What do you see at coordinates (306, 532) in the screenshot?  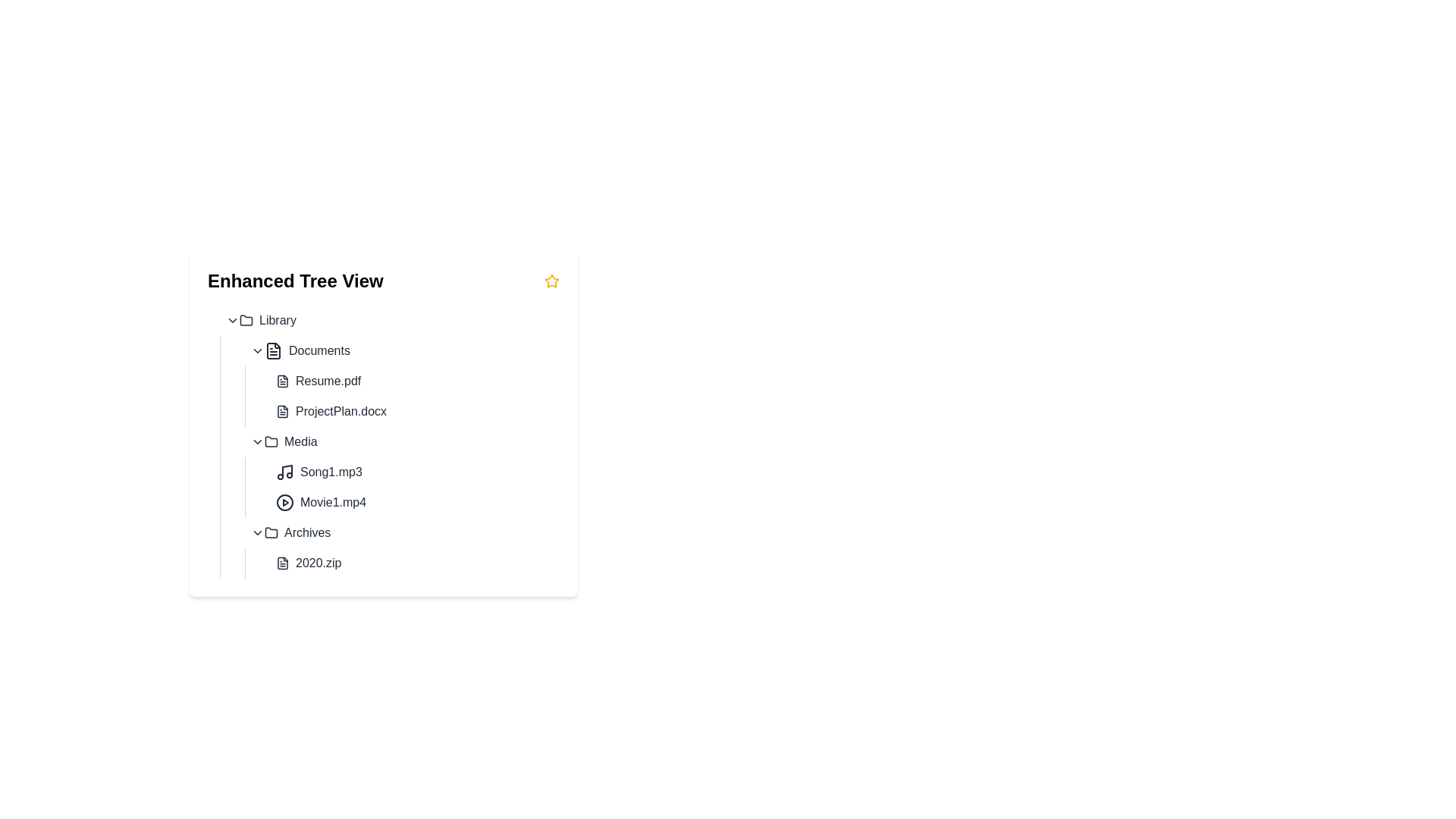 I see `text label displaying 'Archives' located in the 'Enhanced Tree View' interface under the 'Library' section, next to the folder icon` at bounding box center [306, 532].